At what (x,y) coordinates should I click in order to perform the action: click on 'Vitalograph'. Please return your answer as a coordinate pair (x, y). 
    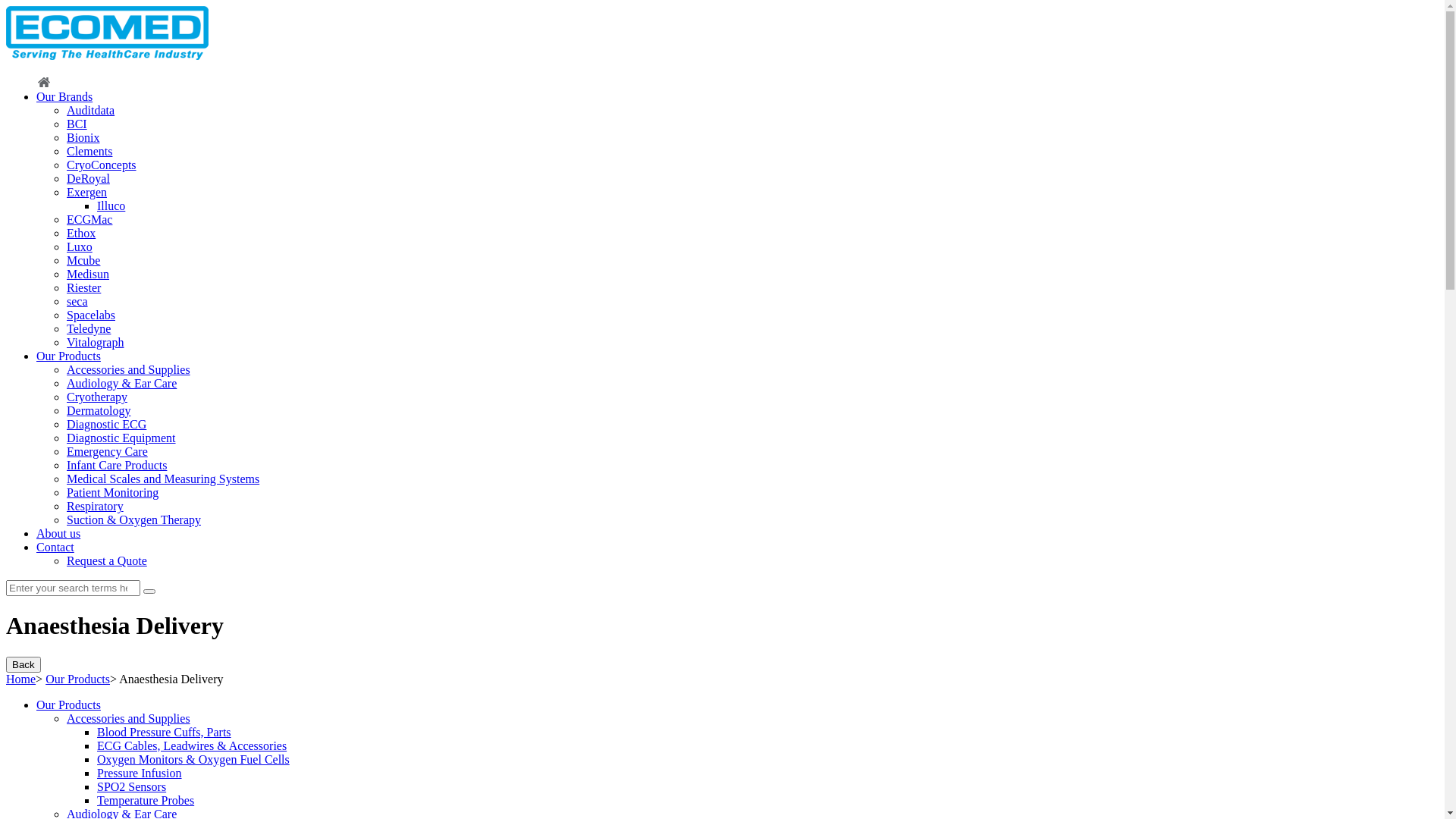
    Looking at the image, I should click on (65, 342).